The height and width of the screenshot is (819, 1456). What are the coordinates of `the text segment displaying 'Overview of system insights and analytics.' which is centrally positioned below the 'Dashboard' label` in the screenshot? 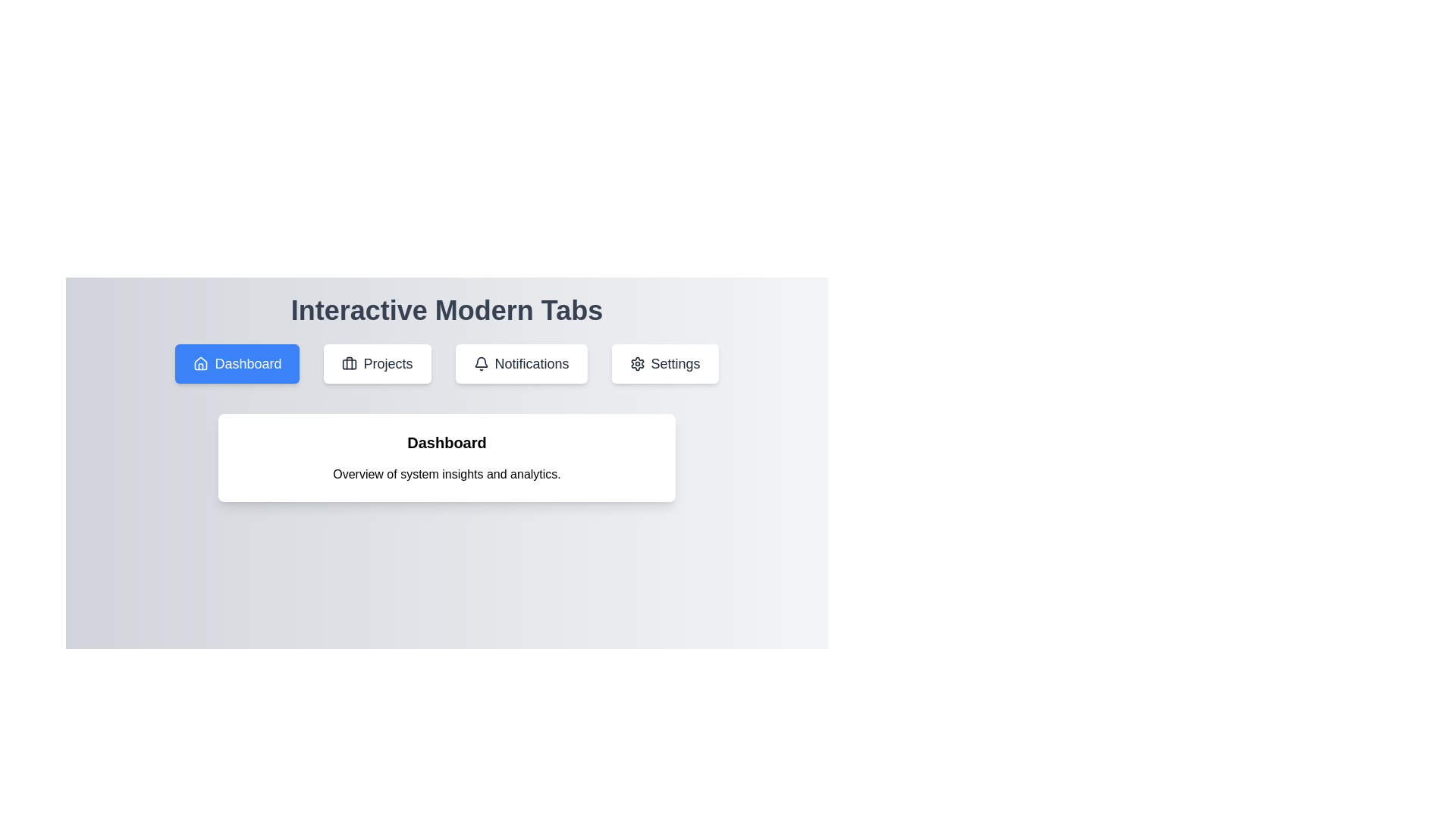 It's located at (446, 473).